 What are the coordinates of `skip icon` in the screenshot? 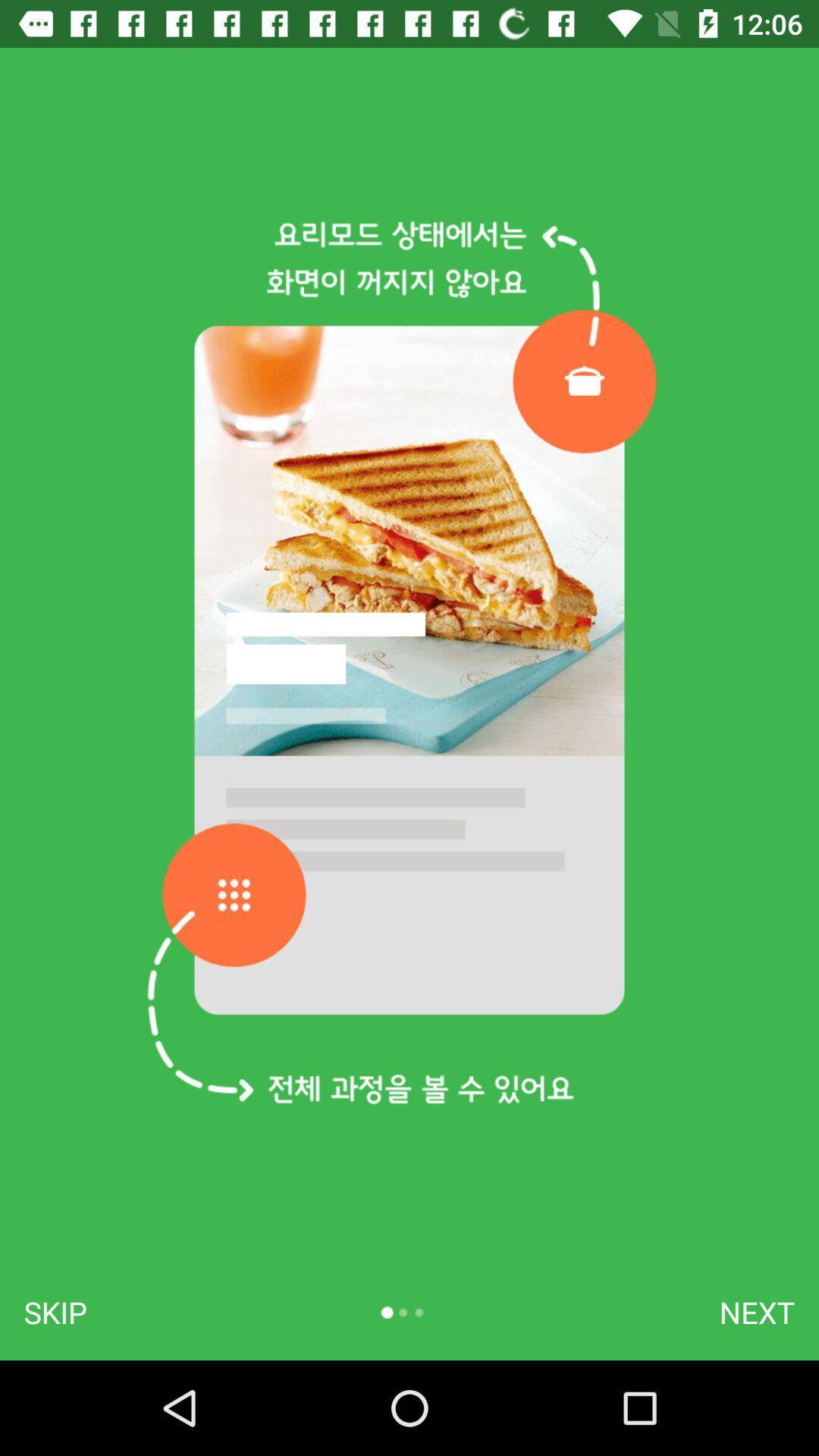 It's located at (55, 1312).